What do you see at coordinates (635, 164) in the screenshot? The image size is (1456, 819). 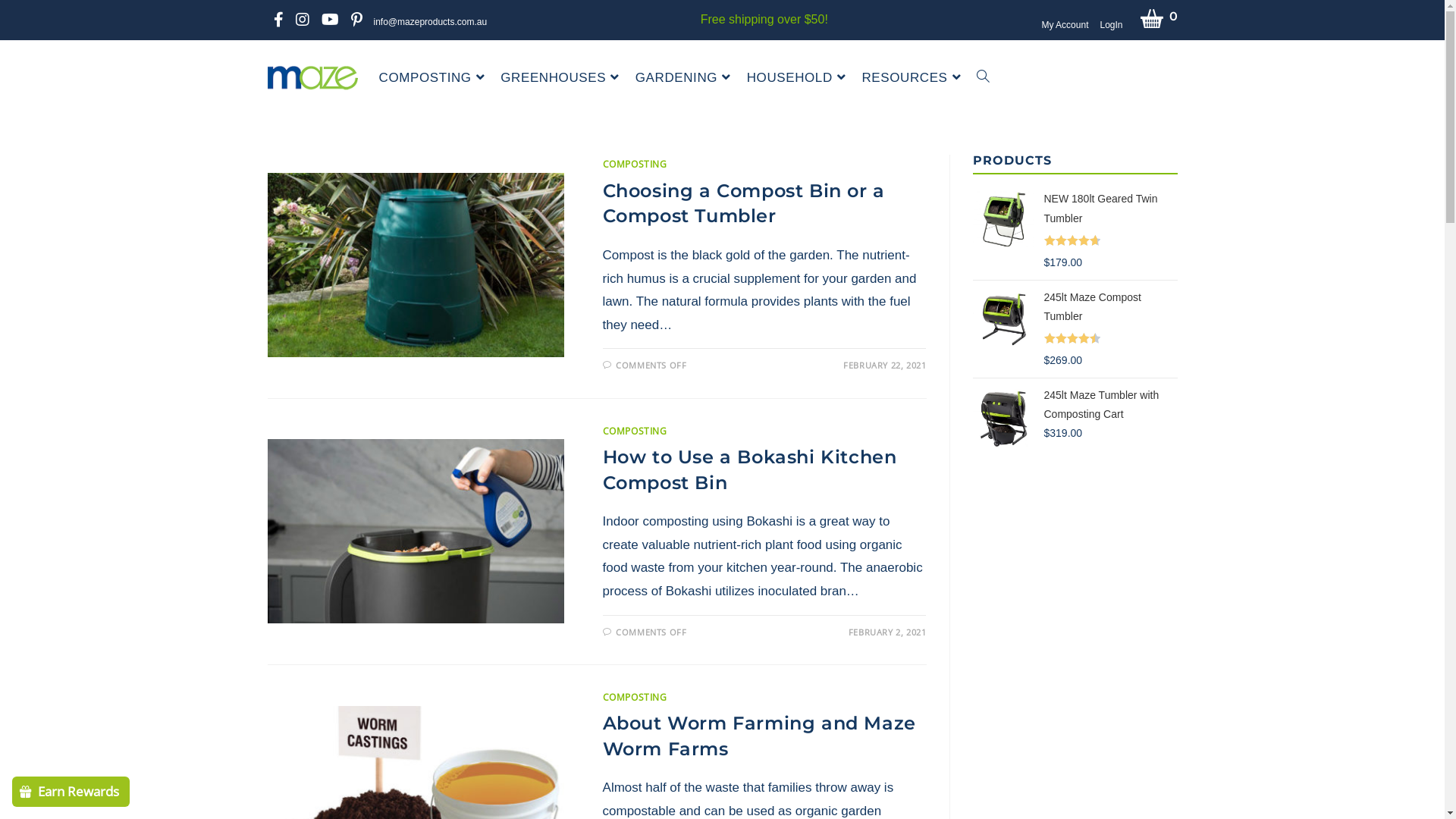 I see `'COMPOSTING'` at bounding box center [635, 164].